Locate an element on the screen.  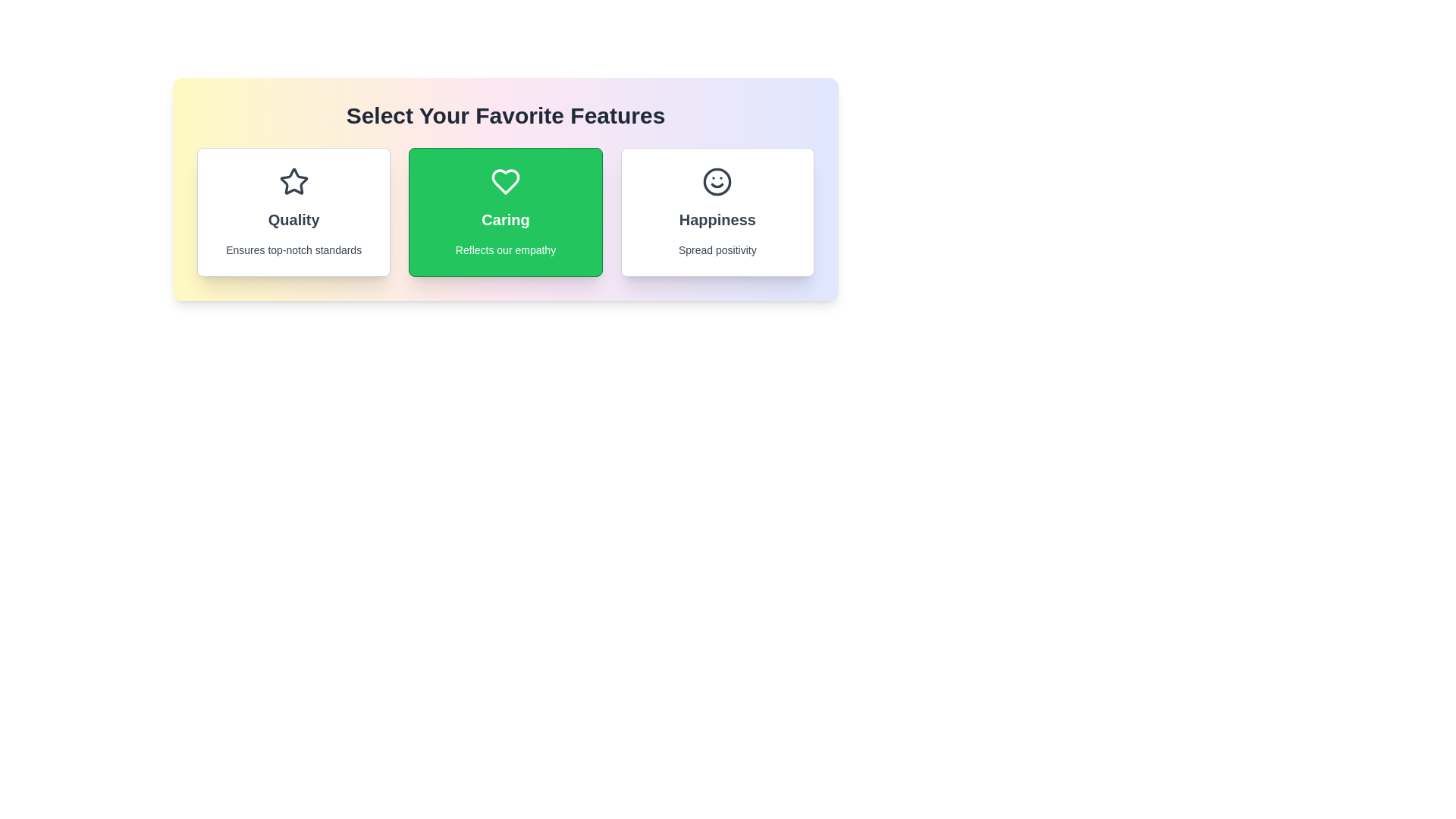
the feature card Happiness by clicking on it is located at coordinates (716, 212).